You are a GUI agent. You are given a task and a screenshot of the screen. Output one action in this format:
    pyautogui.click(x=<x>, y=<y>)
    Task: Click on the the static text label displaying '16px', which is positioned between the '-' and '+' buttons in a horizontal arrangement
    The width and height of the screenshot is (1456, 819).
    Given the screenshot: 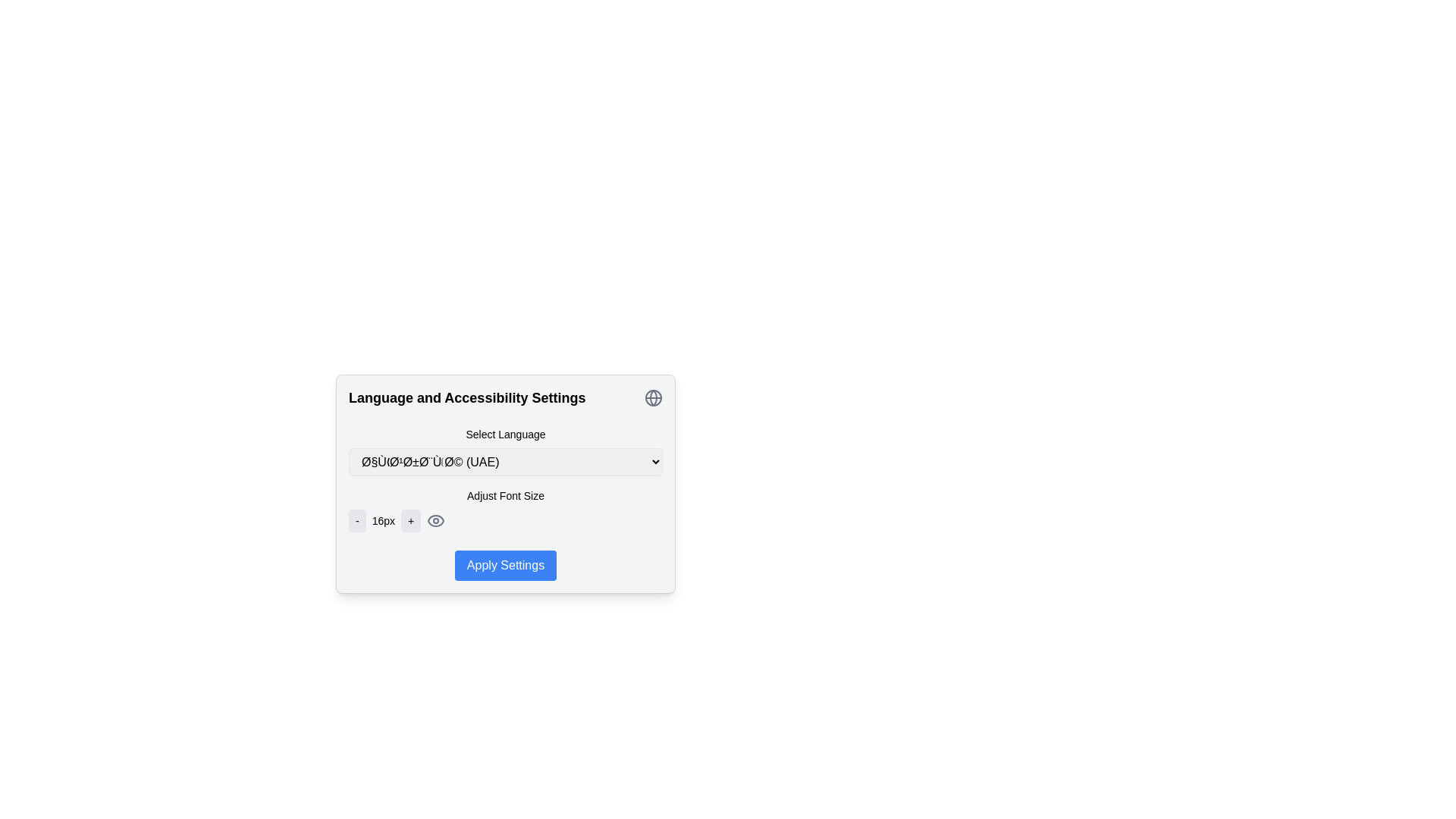 What is the action you would take?
    pyautogui.click(x=383, y=519)
    